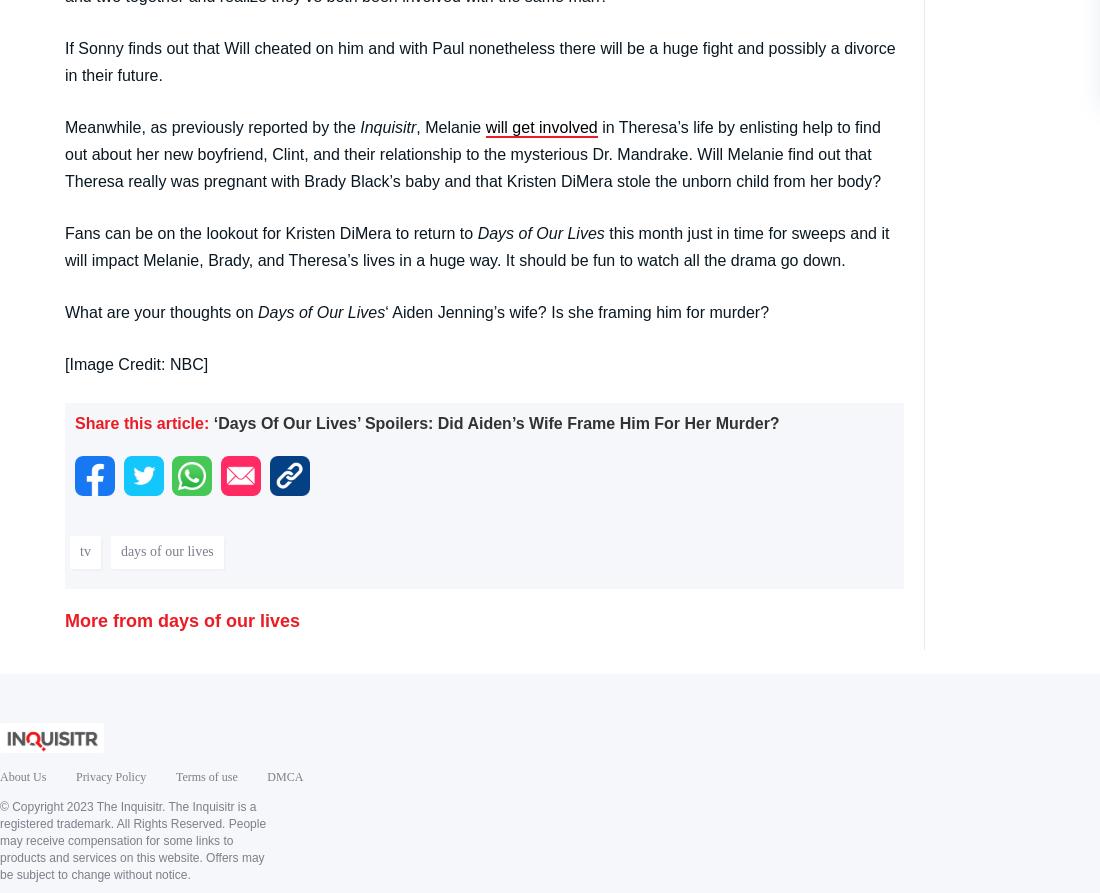 The width and height of the screenshot is (1100, 893). I want to click on 'this month just in time for sweeps and it will impact Melanie, Brady, and Theresa’s lives in a huge way. It should be fun to watch all the drama go down.', so click(64, 245).